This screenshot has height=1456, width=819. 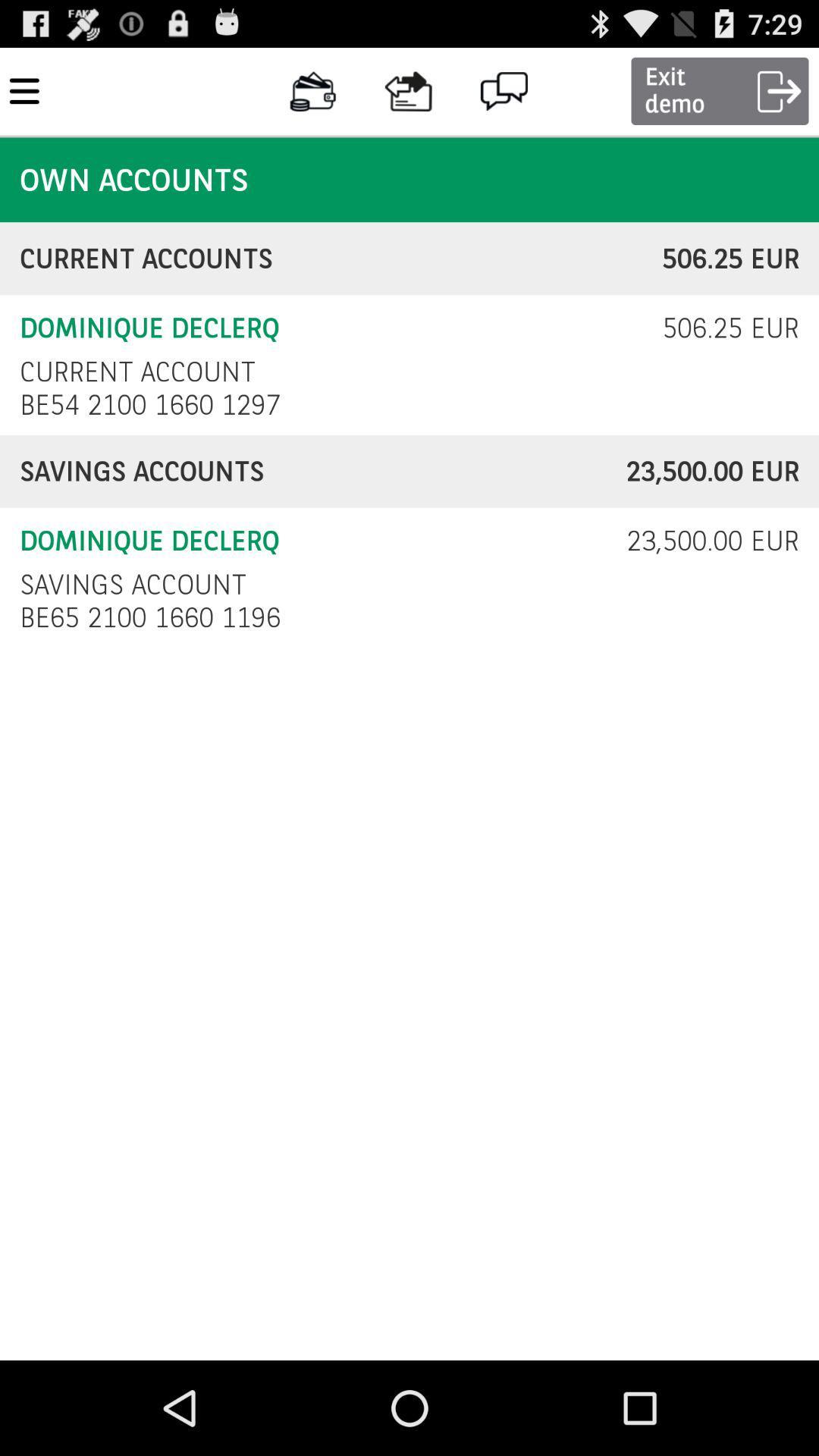 What do you see at coordinates (154, 404) in the screenshot?
I see `item above the savings accounts icon` at bounding box center [154, 404].